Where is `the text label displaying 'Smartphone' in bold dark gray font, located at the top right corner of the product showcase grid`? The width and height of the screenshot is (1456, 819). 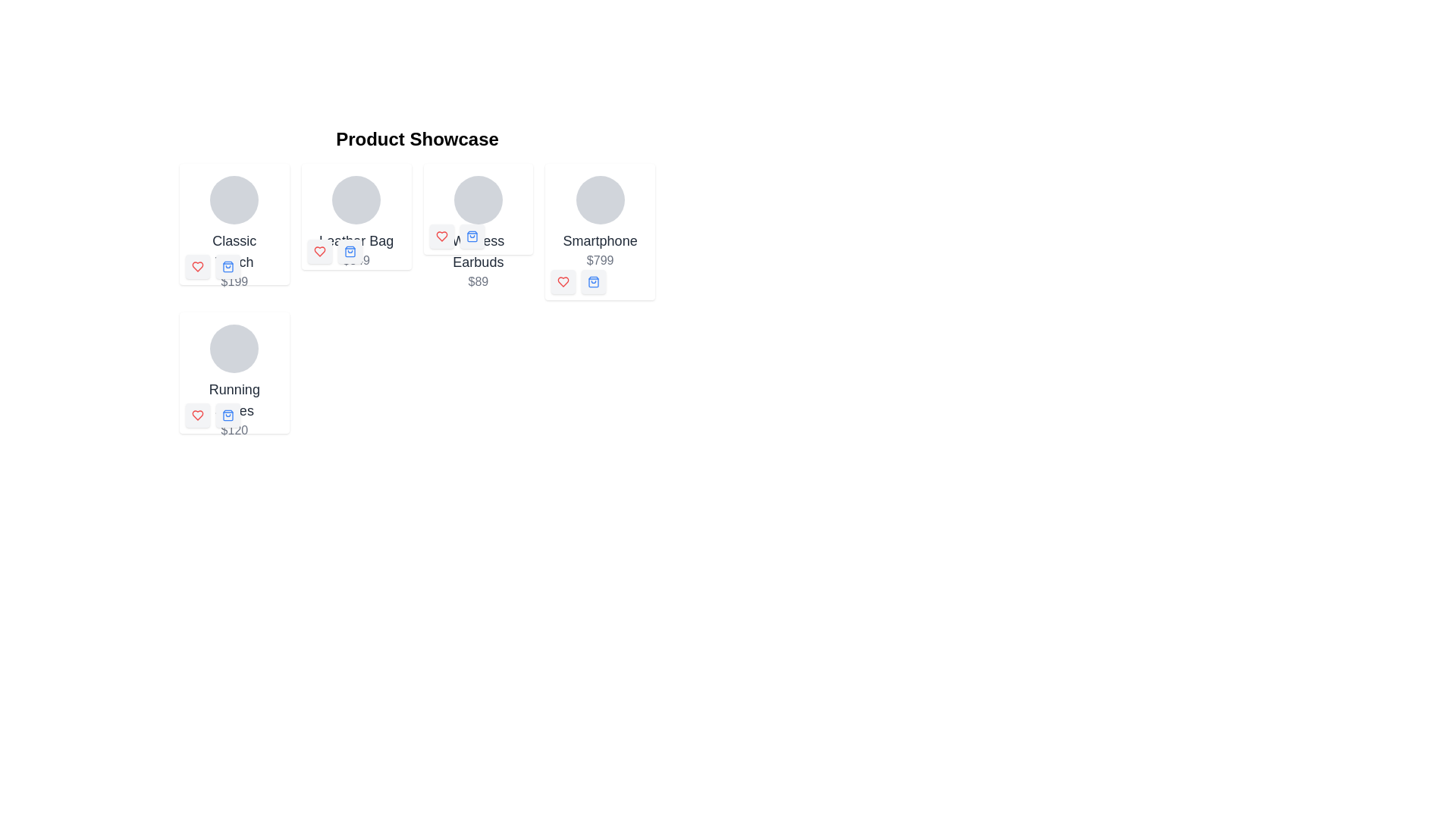 the text label displaying 'Smartphone' in bold dark gray font, located at the top right corner of the product showcase grid is located at coordinates (599, 240).